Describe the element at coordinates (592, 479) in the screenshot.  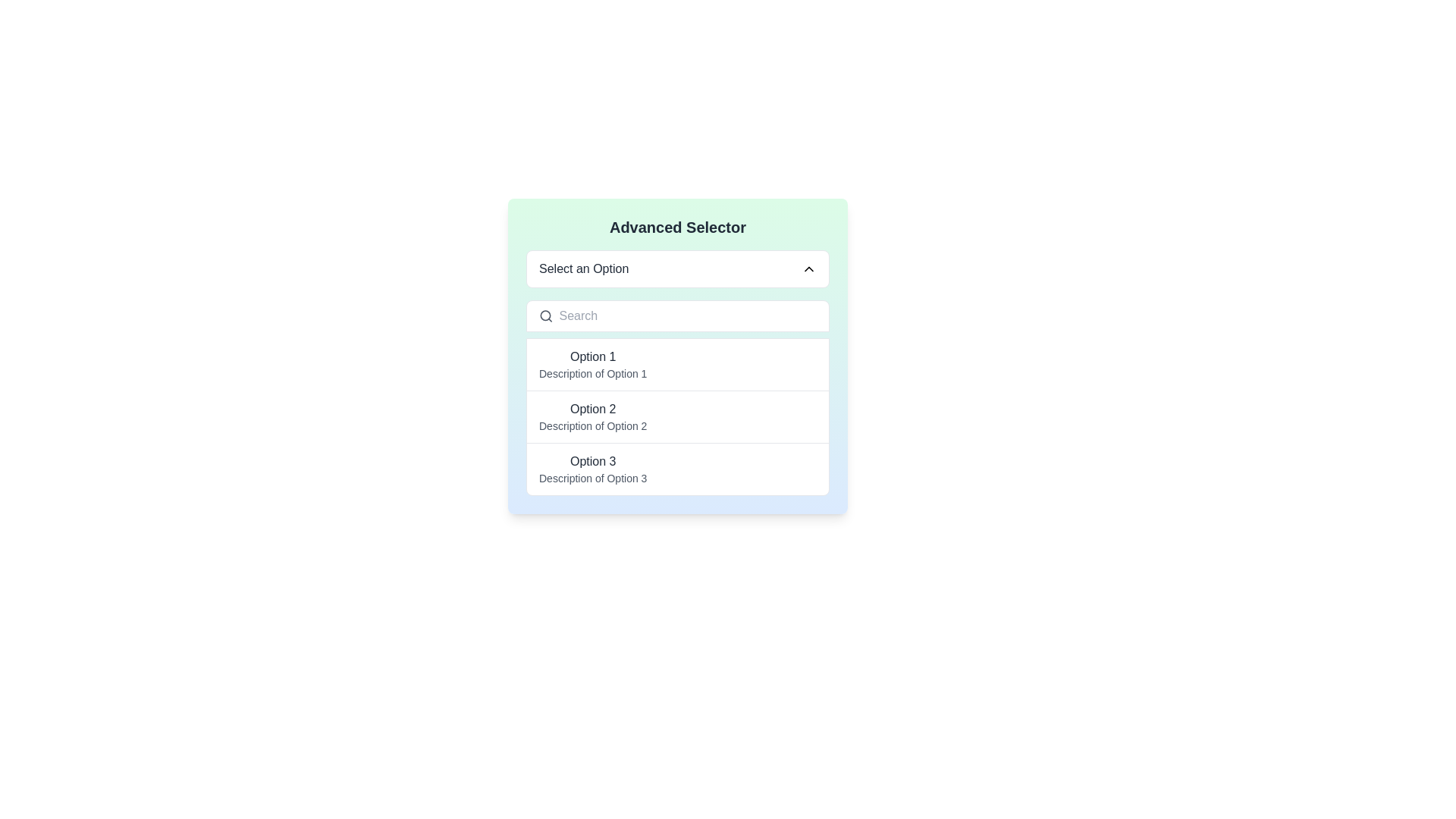
I see `the text label that reads 'Description of Option 3', which is styled in small gray text and located directly beneath the label 'Option 3' in a vertical list of options` at that location.